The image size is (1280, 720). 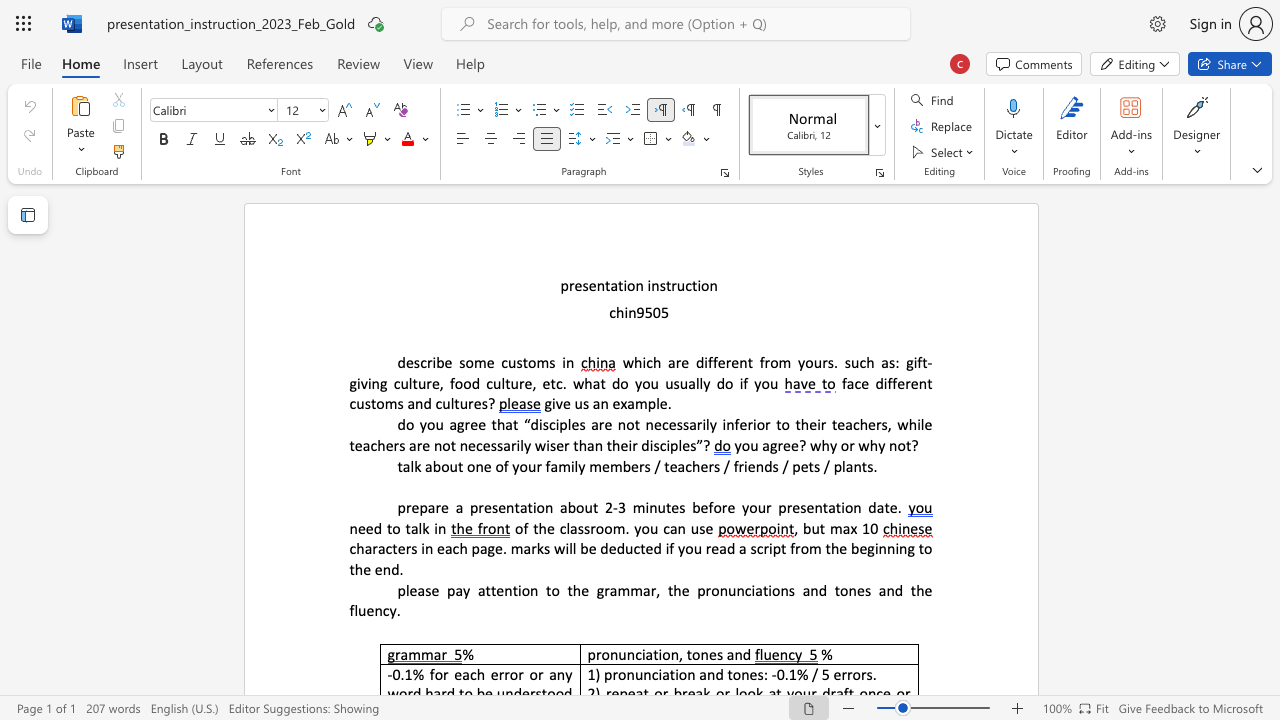 What do you see at coordinates (878, 423) in the screenshot?
I see `the 7th character "r" in the text` at bounding box center [878, 423].